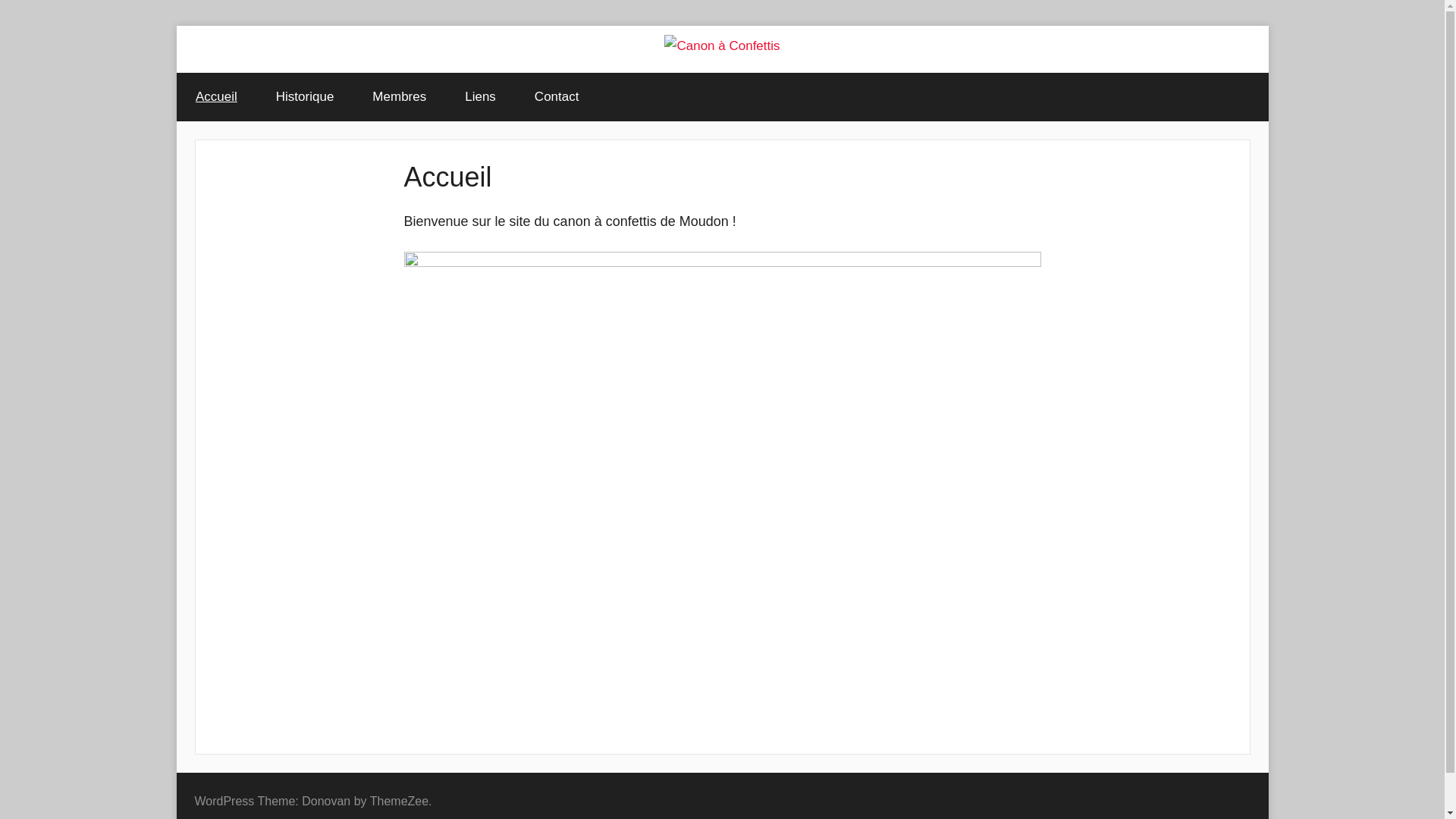 The image size is (1456, 819). Describe the element at coordinates (556, 96) in the screenshot. I see `'Contact'` at that location.